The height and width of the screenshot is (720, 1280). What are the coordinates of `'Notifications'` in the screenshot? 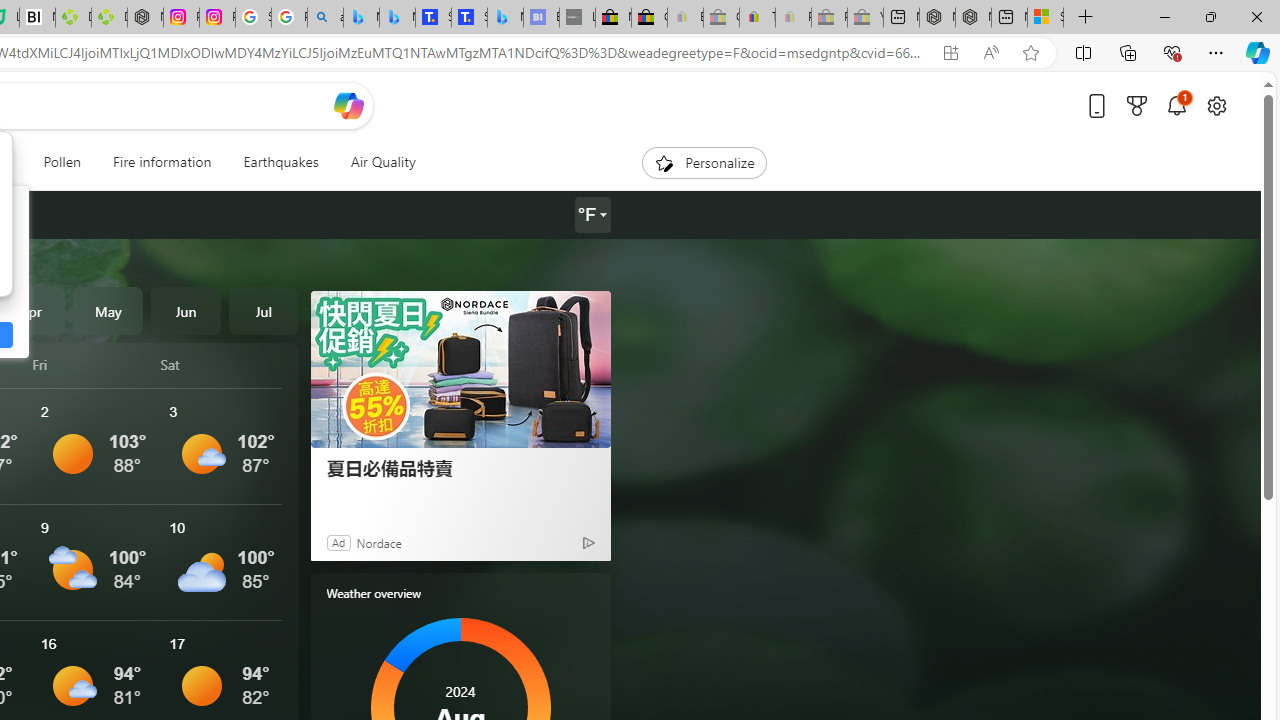 It's located at (1176, 105).